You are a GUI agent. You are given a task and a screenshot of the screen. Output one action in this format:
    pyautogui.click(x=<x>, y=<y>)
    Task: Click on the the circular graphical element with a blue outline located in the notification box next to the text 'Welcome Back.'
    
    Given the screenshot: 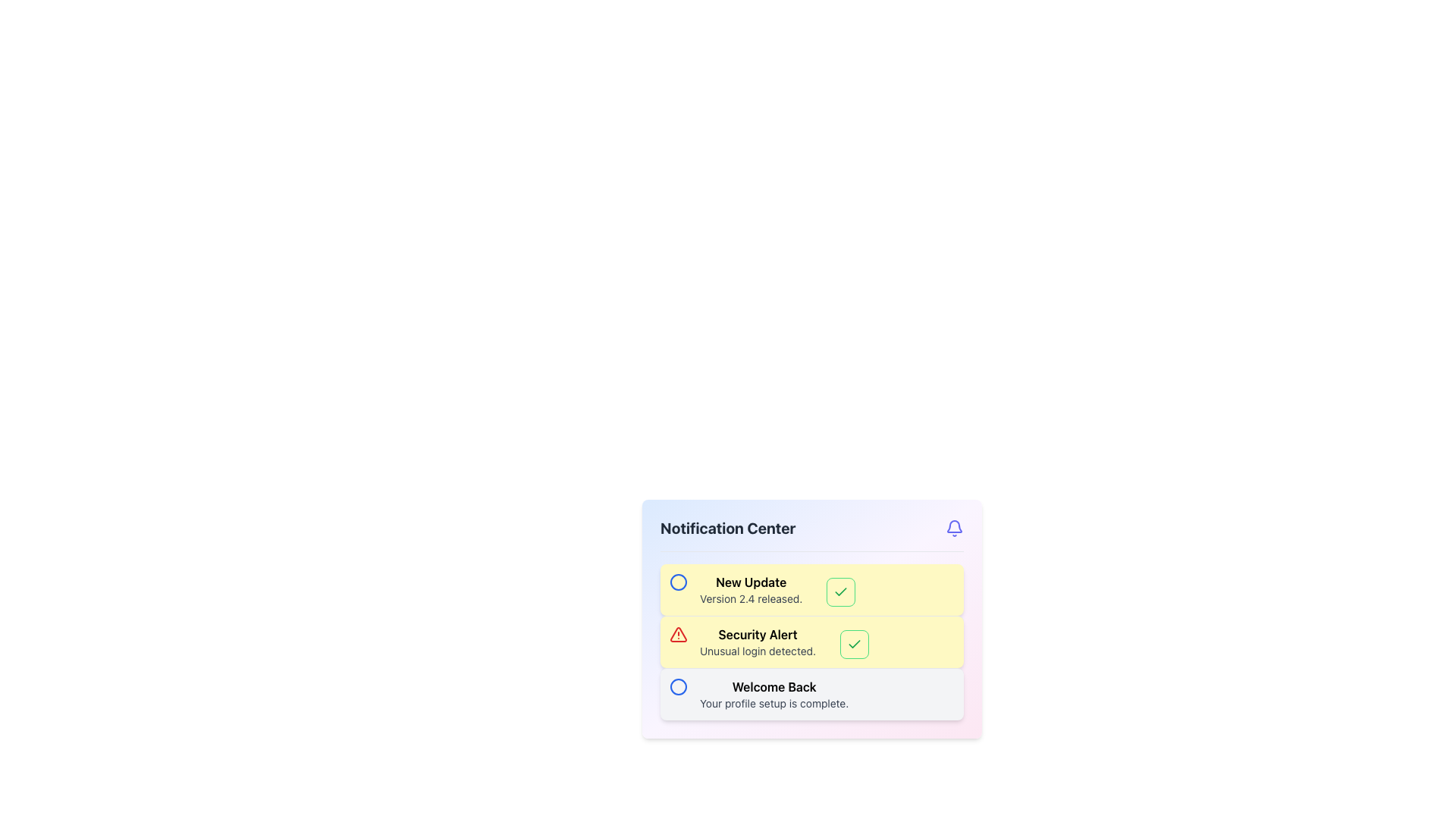 What is the action you would take?
    pyautogui.click(x=677, y=687)
    